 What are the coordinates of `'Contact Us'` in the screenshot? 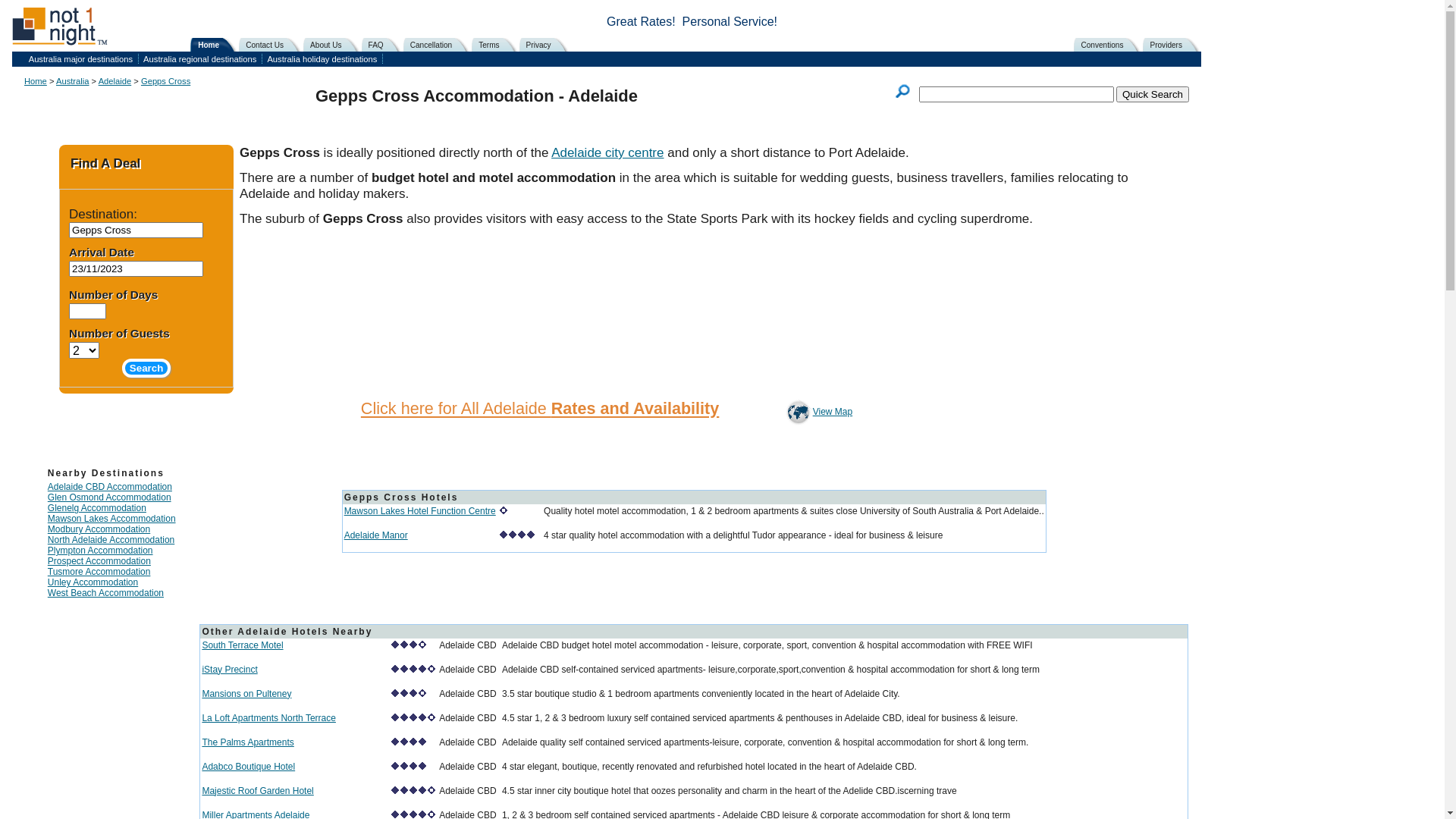 It's located at (272, 43).